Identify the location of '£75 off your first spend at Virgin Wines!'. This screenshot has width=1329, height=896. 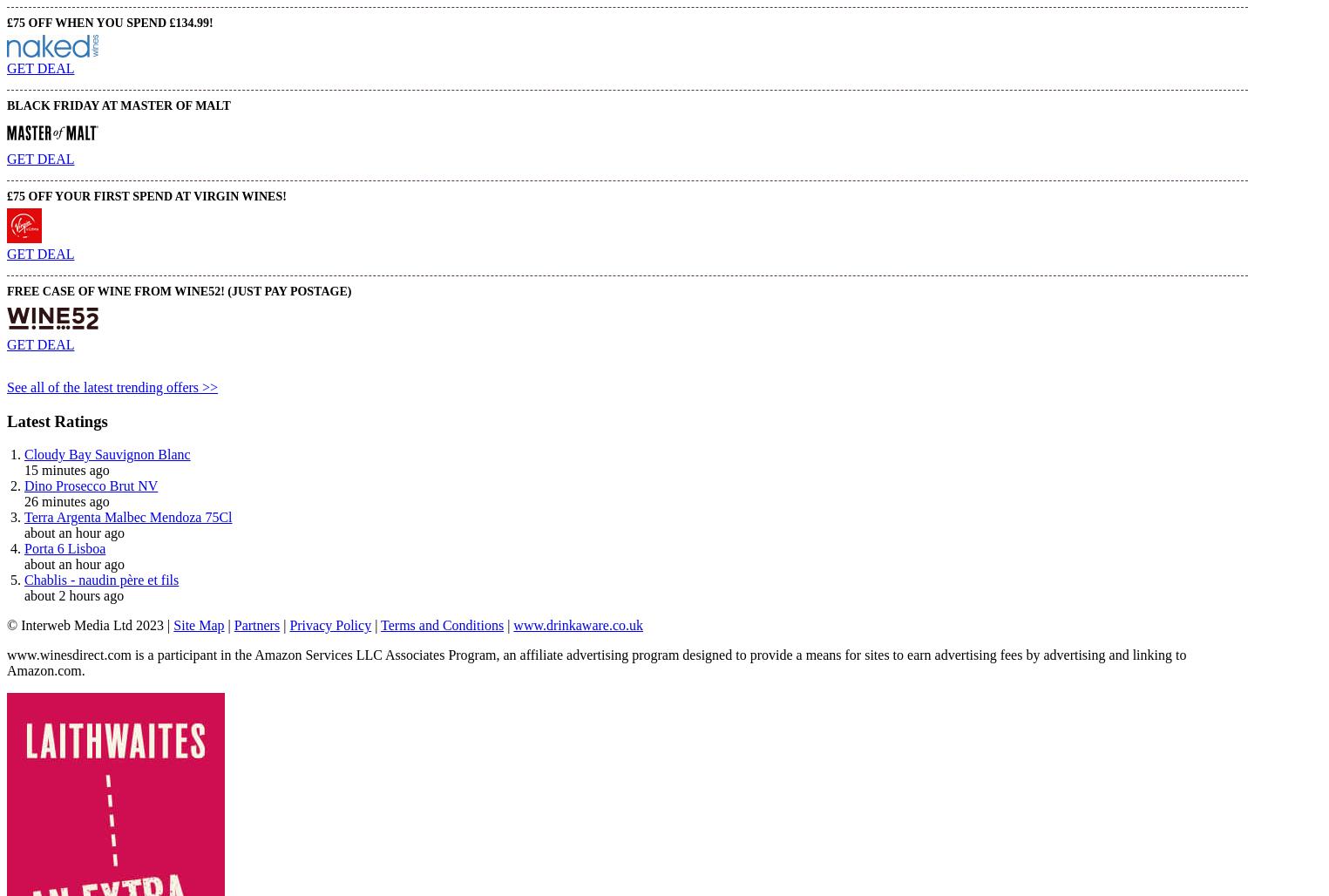
(146, 194).